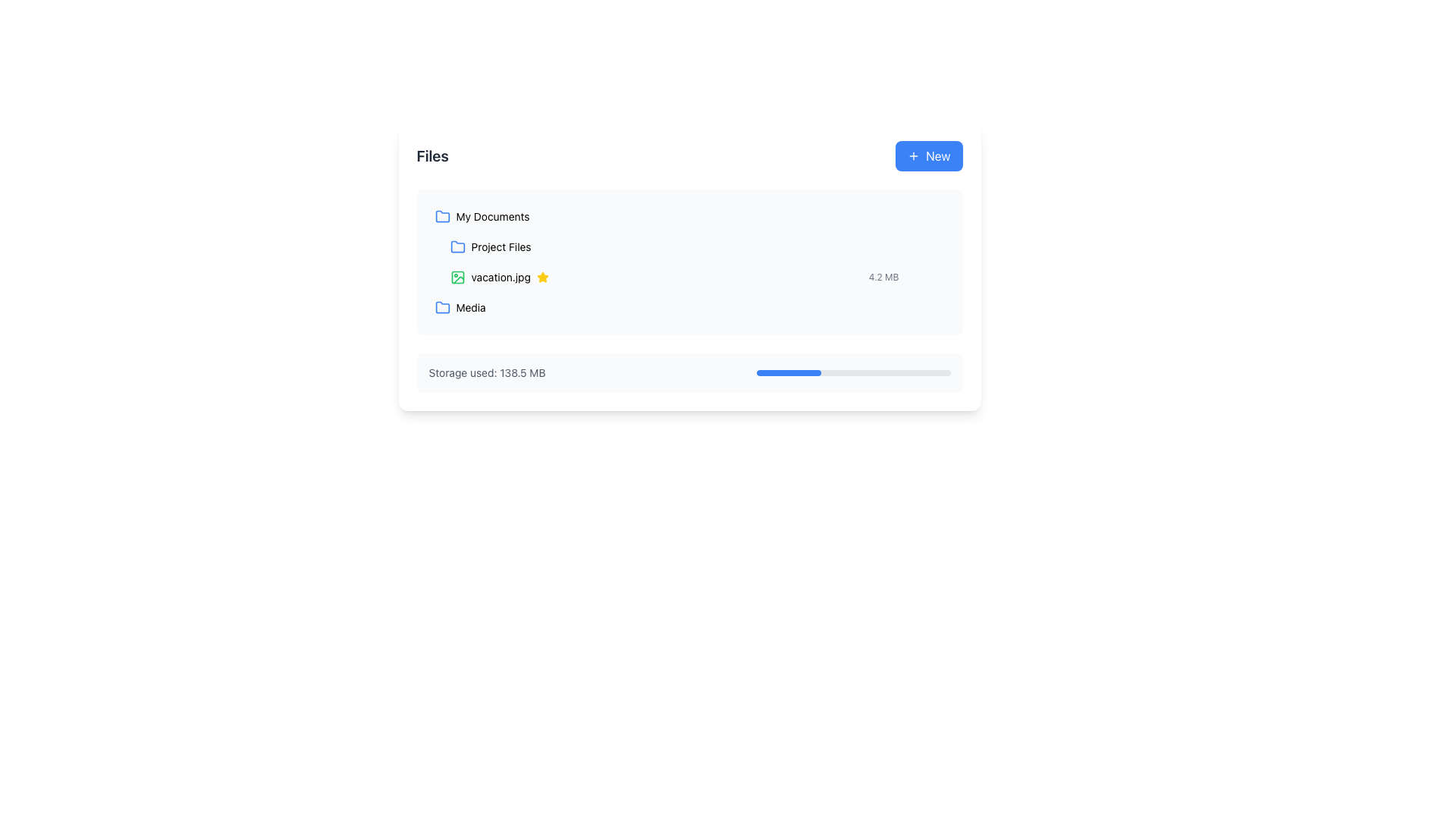 The width and height of the screenshot is (1456, 819). I want to click on the text label displaying 'Storage used: 138.5 MB' located in the left section of the light gray rectangular box near the bottom of the main content area, so click(487, 373).